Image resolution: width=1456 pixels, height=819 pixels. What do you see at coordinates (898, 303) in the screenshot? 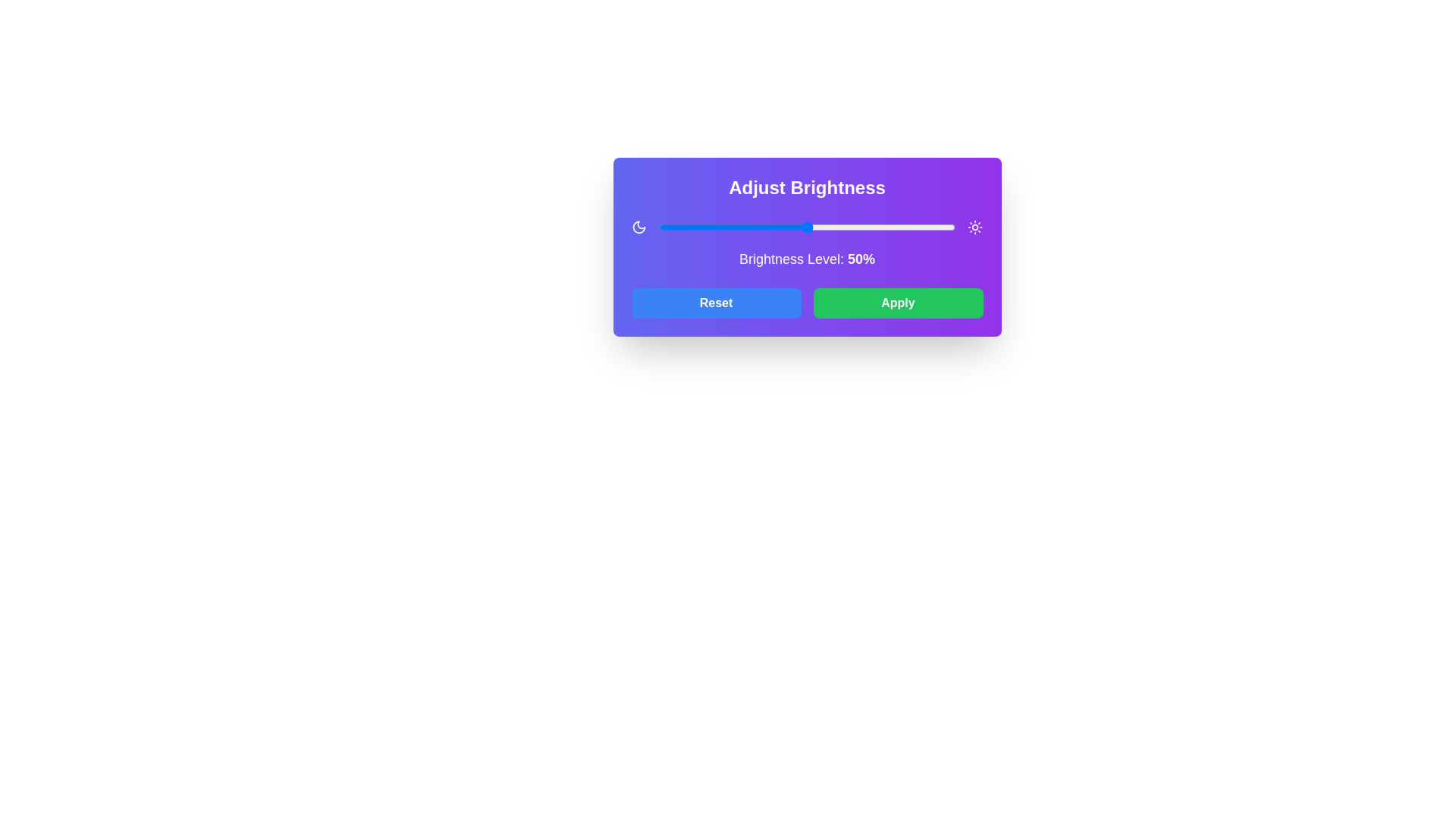
I see `'Apply' button to apply the brightness` at bounding box center [898, 303].